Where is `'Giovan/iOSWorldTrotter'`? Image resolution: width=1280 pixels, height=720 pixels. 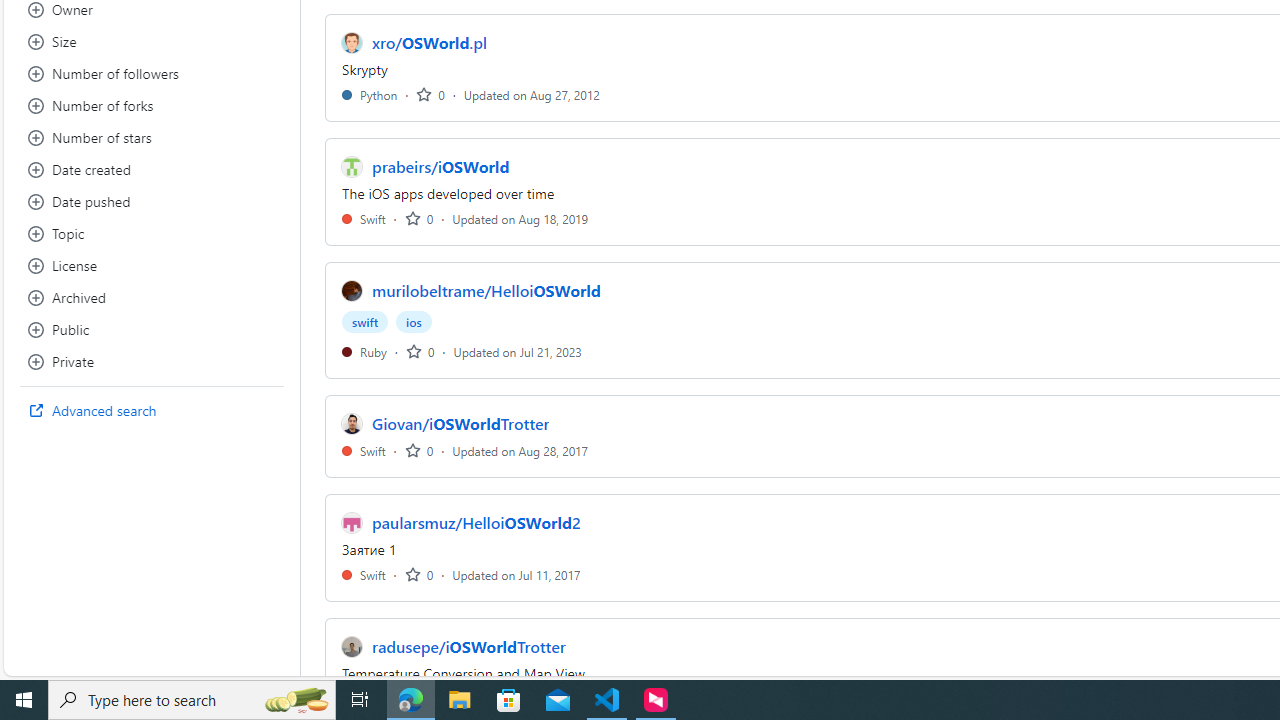
'Giovan/iOSWorldTrotter' is located at coordinates (460, 423).